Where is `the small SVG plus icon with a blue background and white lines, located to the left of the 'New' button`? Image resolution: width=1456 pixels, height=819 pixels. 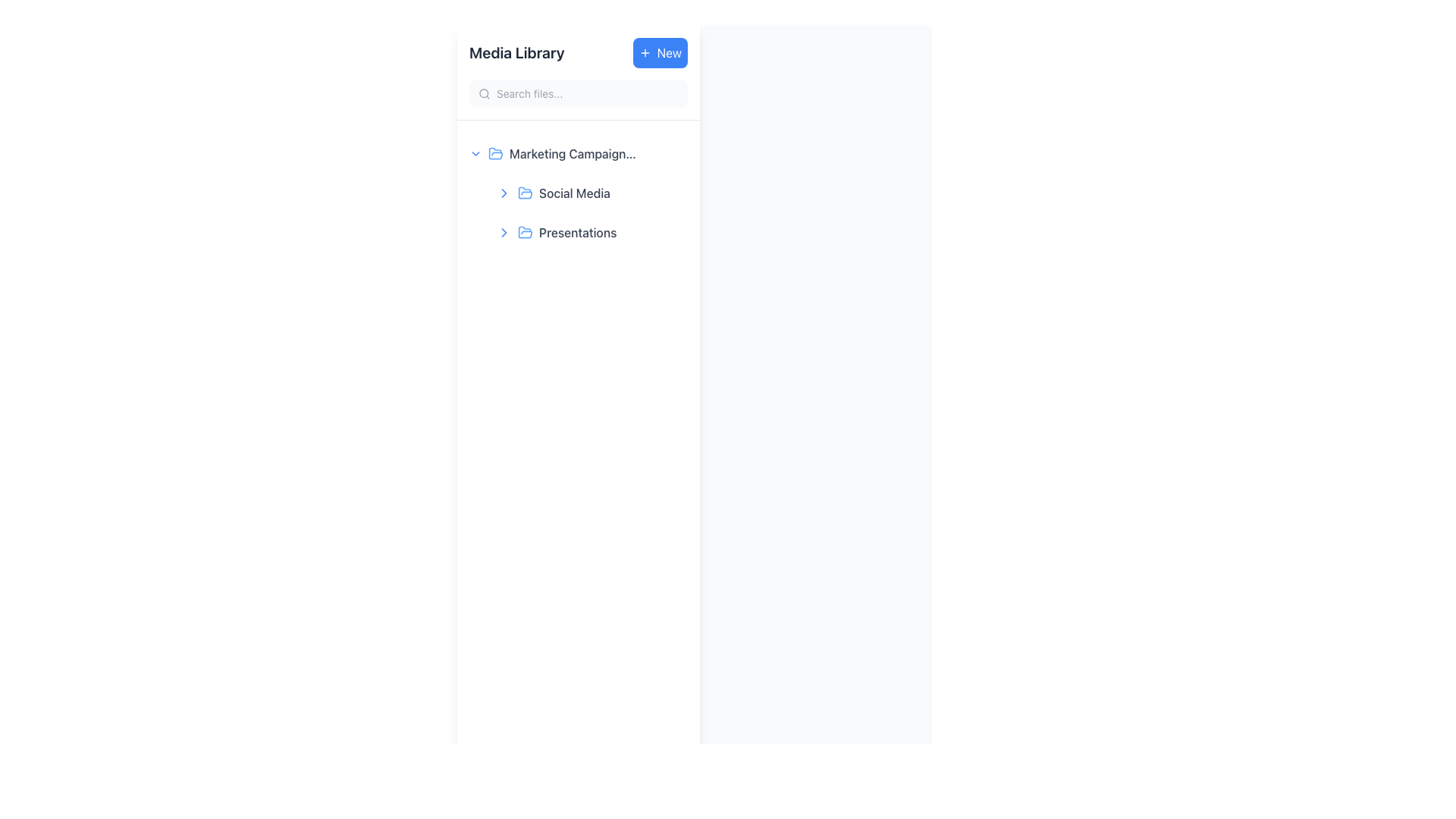 the small SVG plus icon with a blue background and white lines, located to the left of the 'New' button is located at coordinates (645, 52).